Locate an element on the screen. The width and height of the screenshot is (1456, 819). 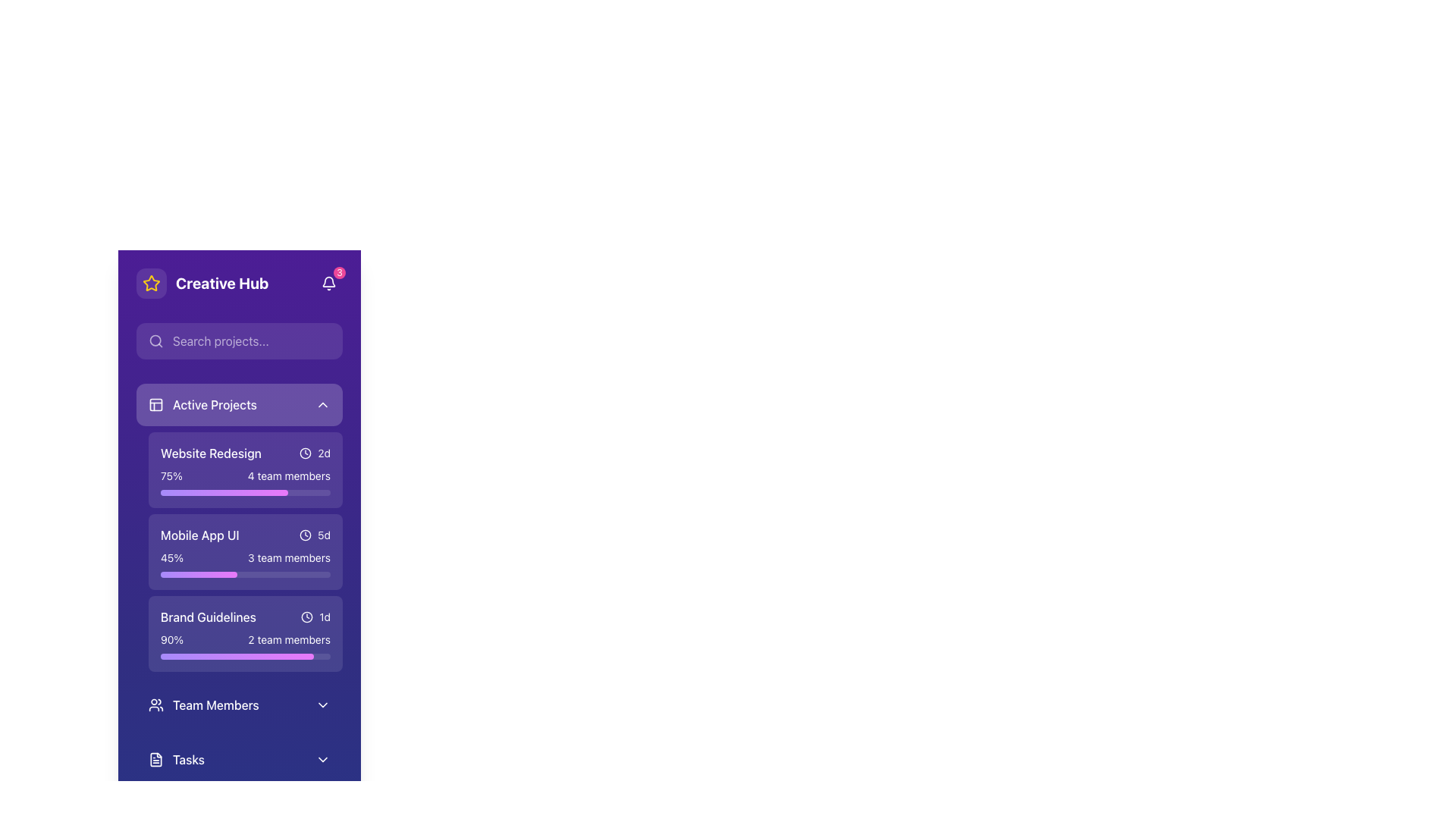
the decorative graphical SVG element representing a search icon, which symbolizes a magnifying glass, located in the search bar area near the top-left corner of the interface is located at coordinates (155, 340).